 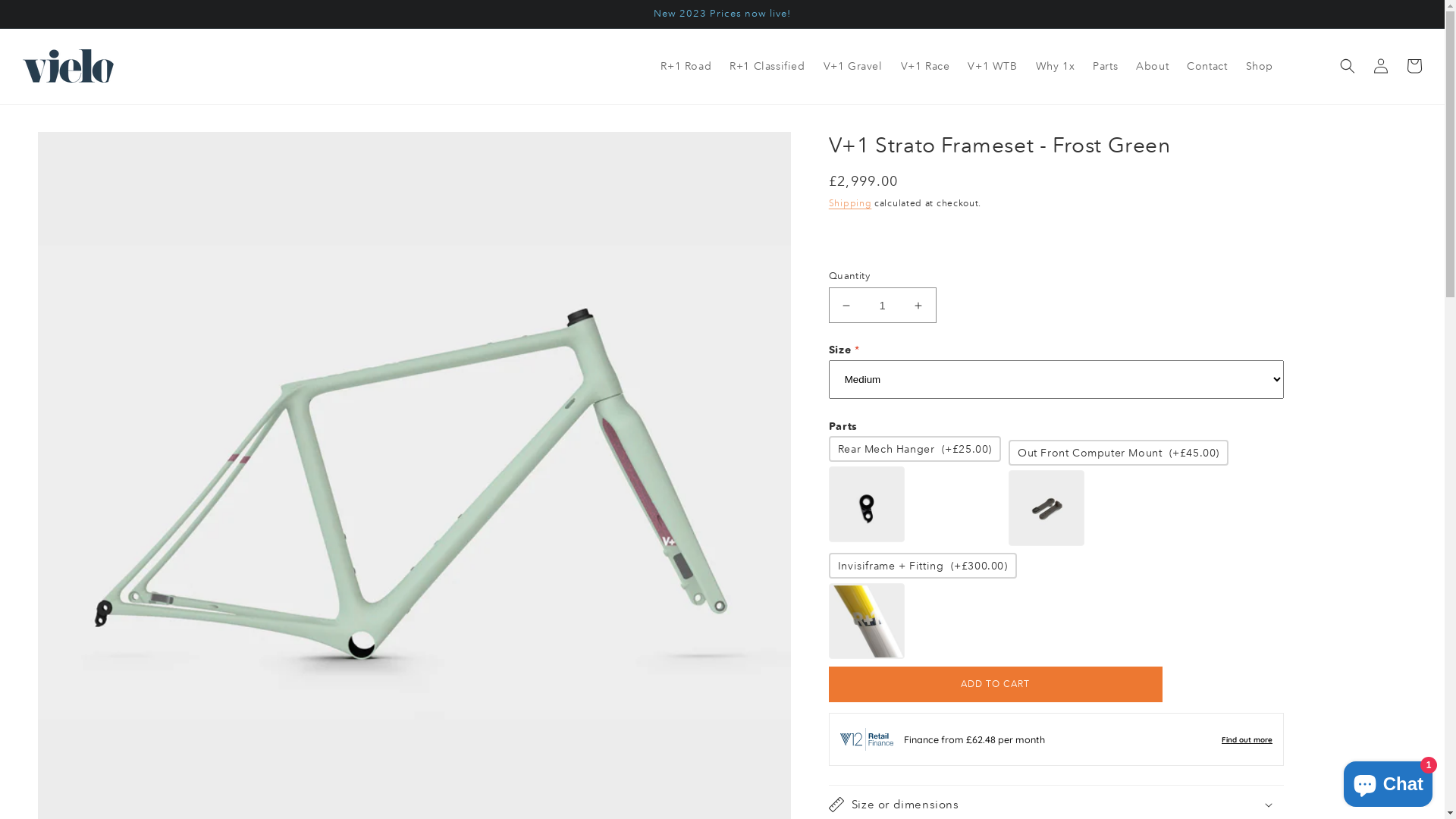 I want to click on 'Increase quantity for V+1 Strato Frameset - Frost Green', so click(x=902, y=305).